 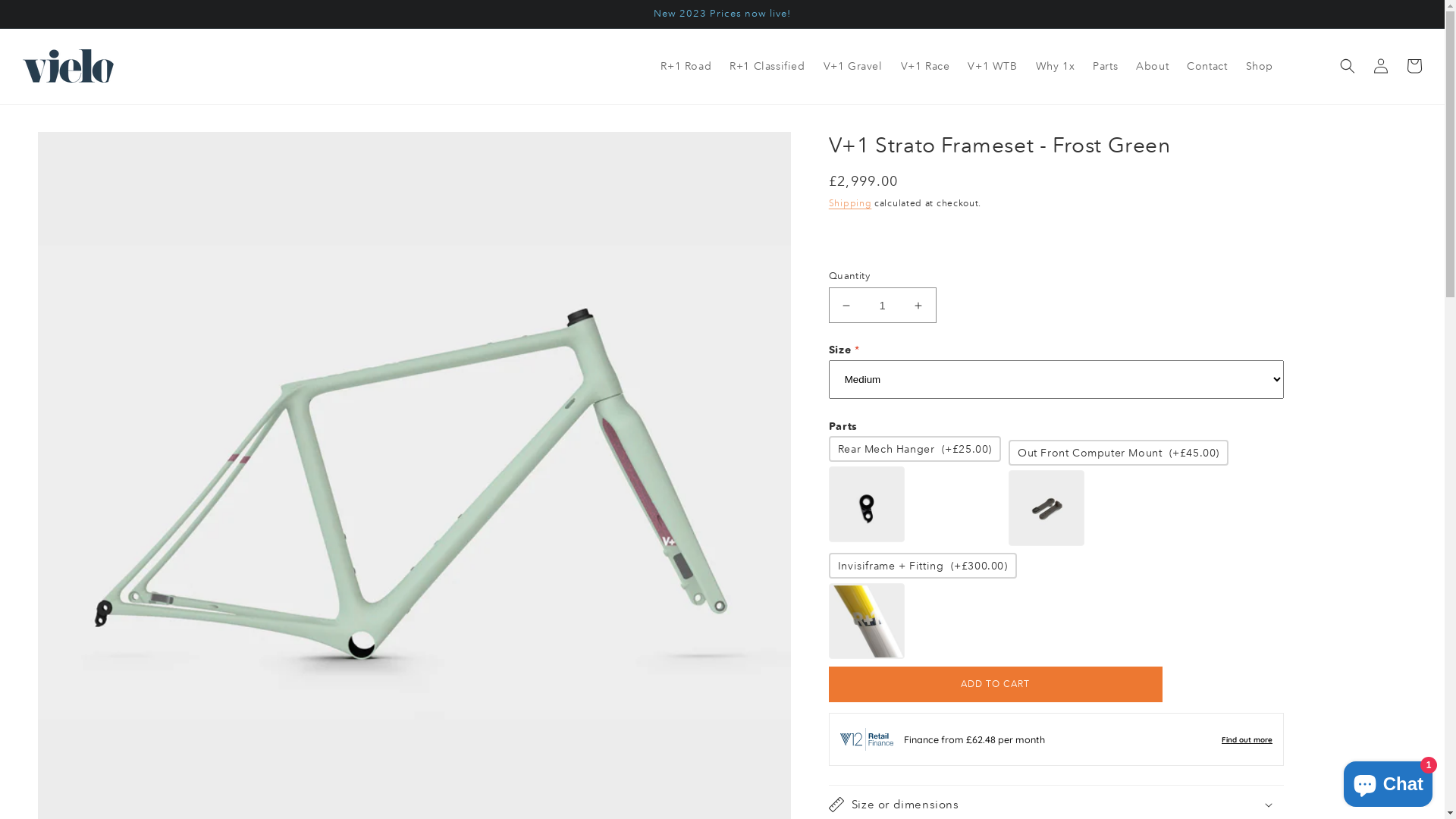 I want to click on 'Increase quantity for V+1 Strato Frameset - Frost Green', so click(x=902, y=305).